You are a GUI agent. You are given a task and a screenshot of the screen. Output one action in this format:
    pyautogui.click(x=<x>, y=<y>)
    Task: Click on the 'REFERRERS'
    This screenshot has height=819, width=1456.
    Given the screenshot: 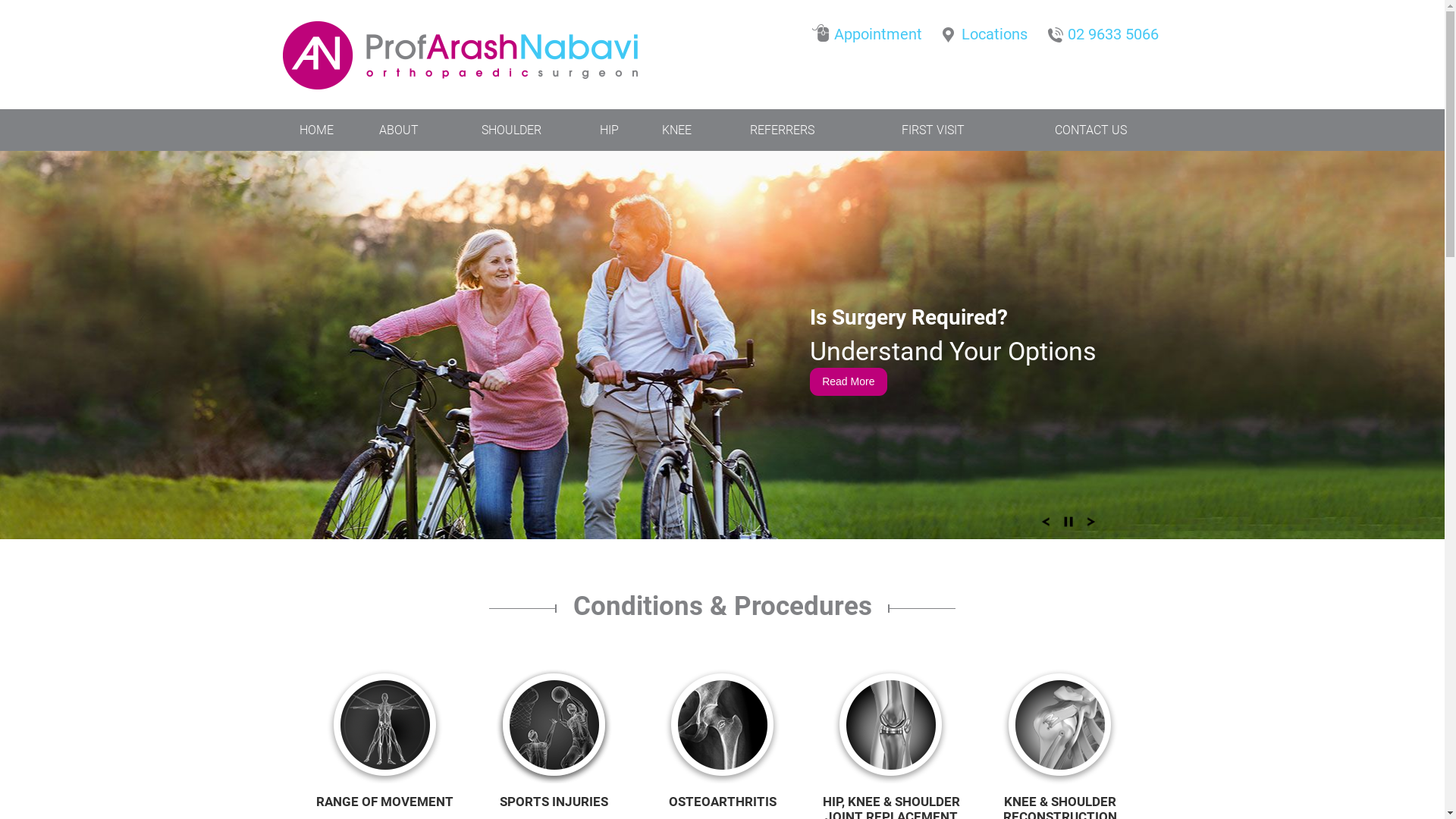 What is the action you would take?
    pyautogui.click(x=714, y=129)
    